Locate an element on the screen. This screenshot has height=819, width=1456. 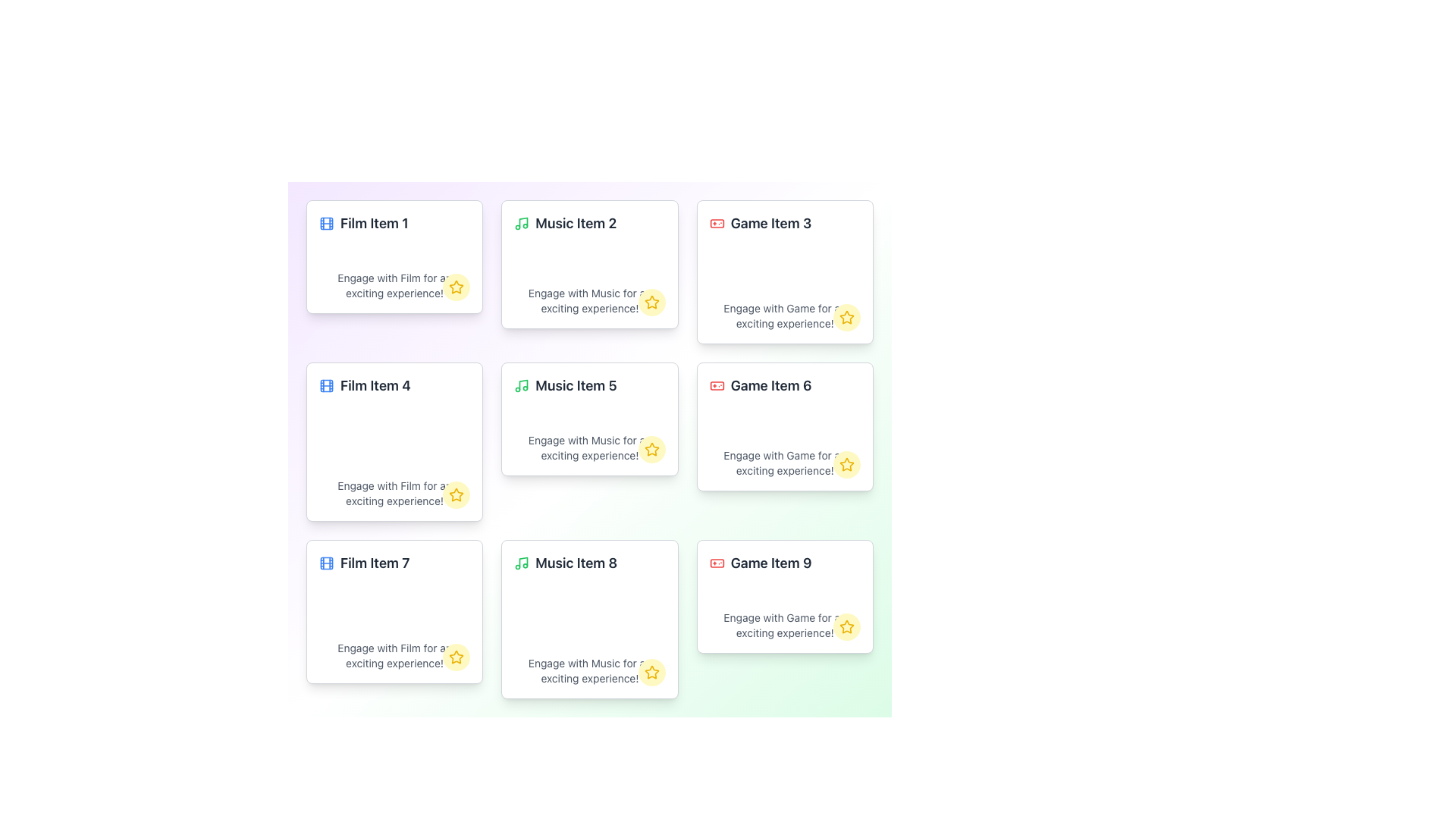
properties of the rectangular bar with rounded corners, styled with a red border, located inside the gamepad icon in the third column of the third row of a 3x3 grid layout is located at coordinates (716, 563).